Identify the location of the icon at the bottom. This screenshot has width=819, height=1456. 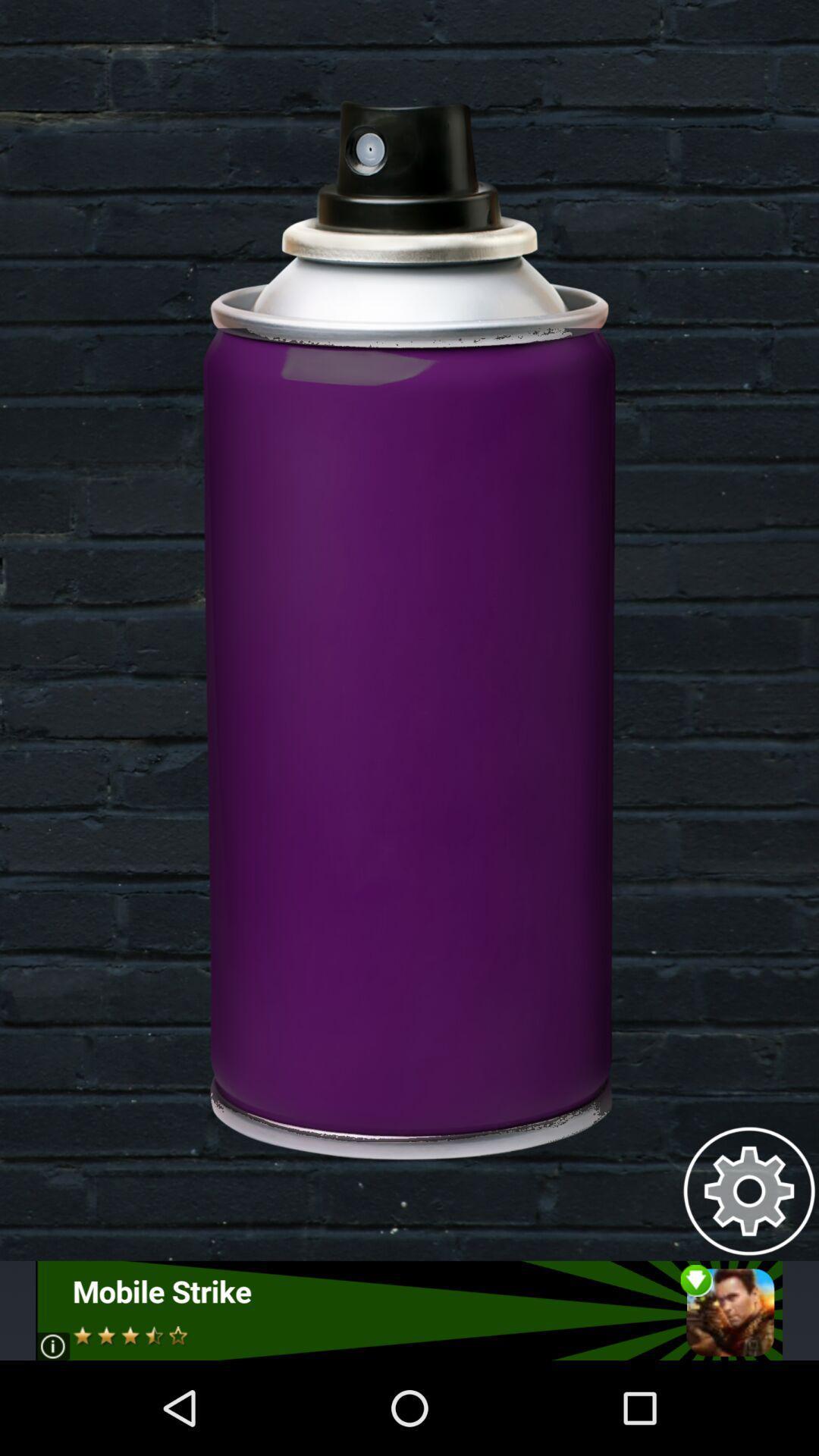
(408, 1310).